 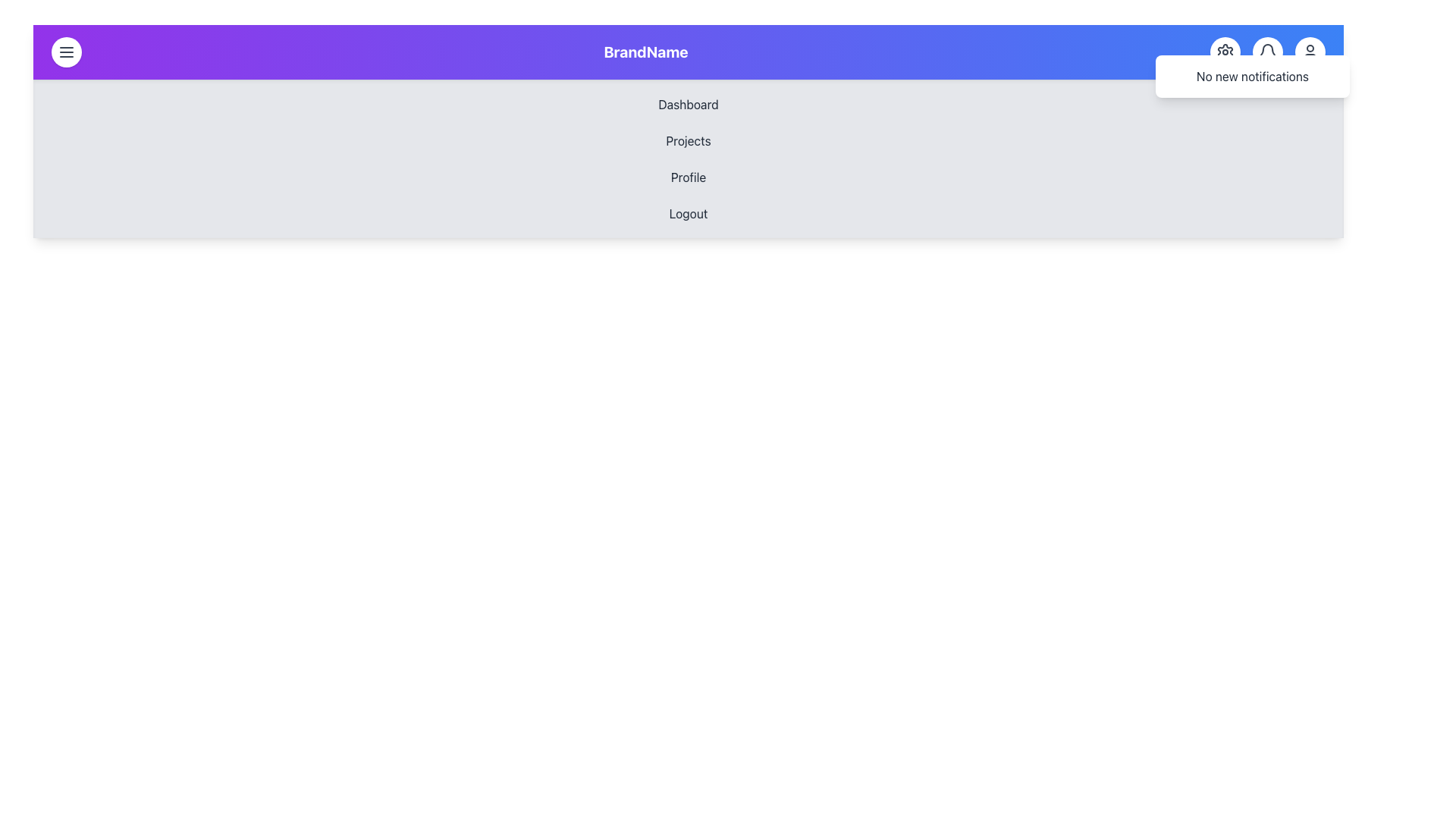 I want to click on the 'Dashboard' text label located at the top left of the vertical menu layout under the navigation bar, so click(x=687, y=104).